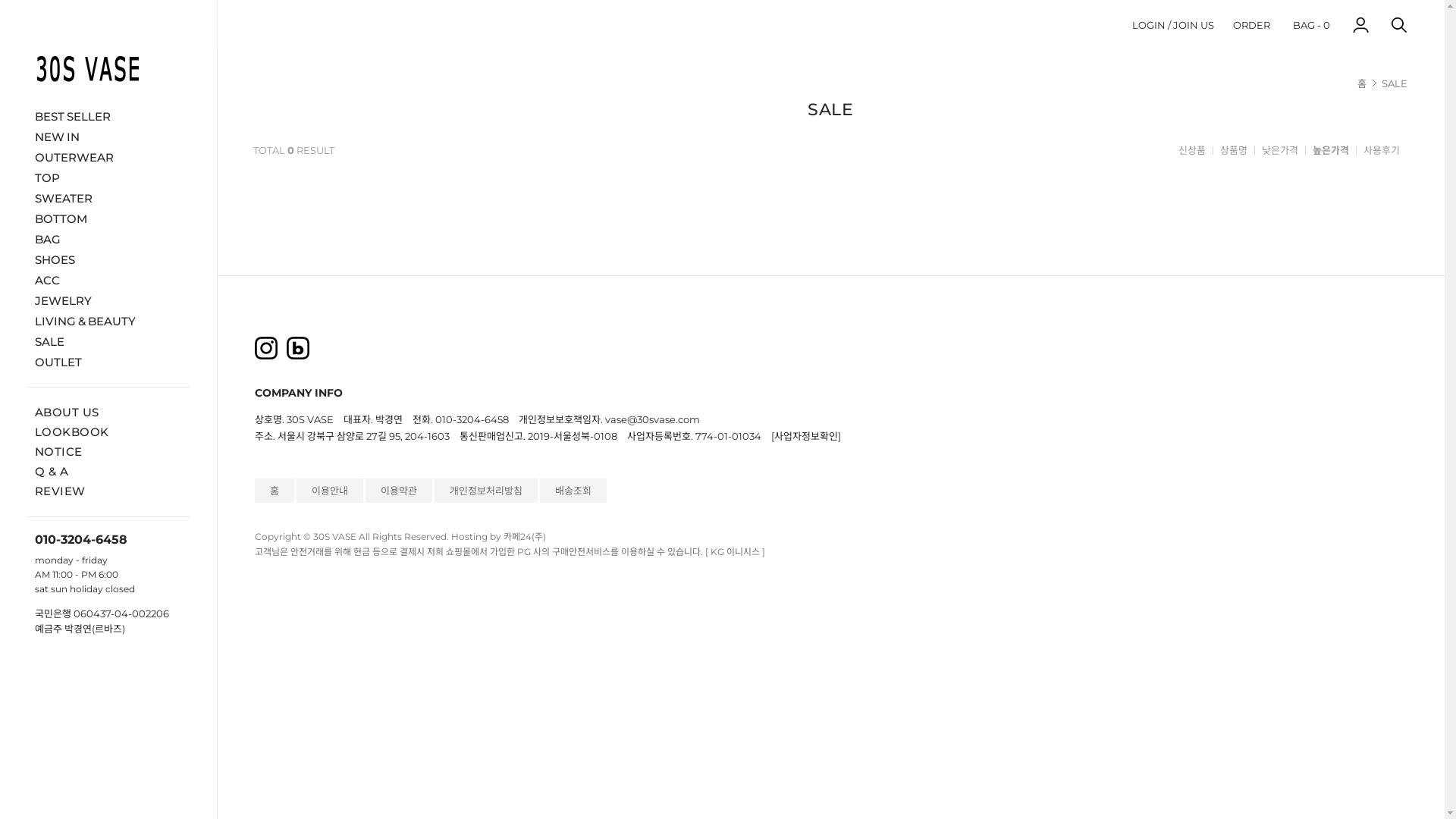  What do you see at coordinates (1131, 24) in the screenshot?
I see `'LOGIN'` at bounding box center [1131, 24].